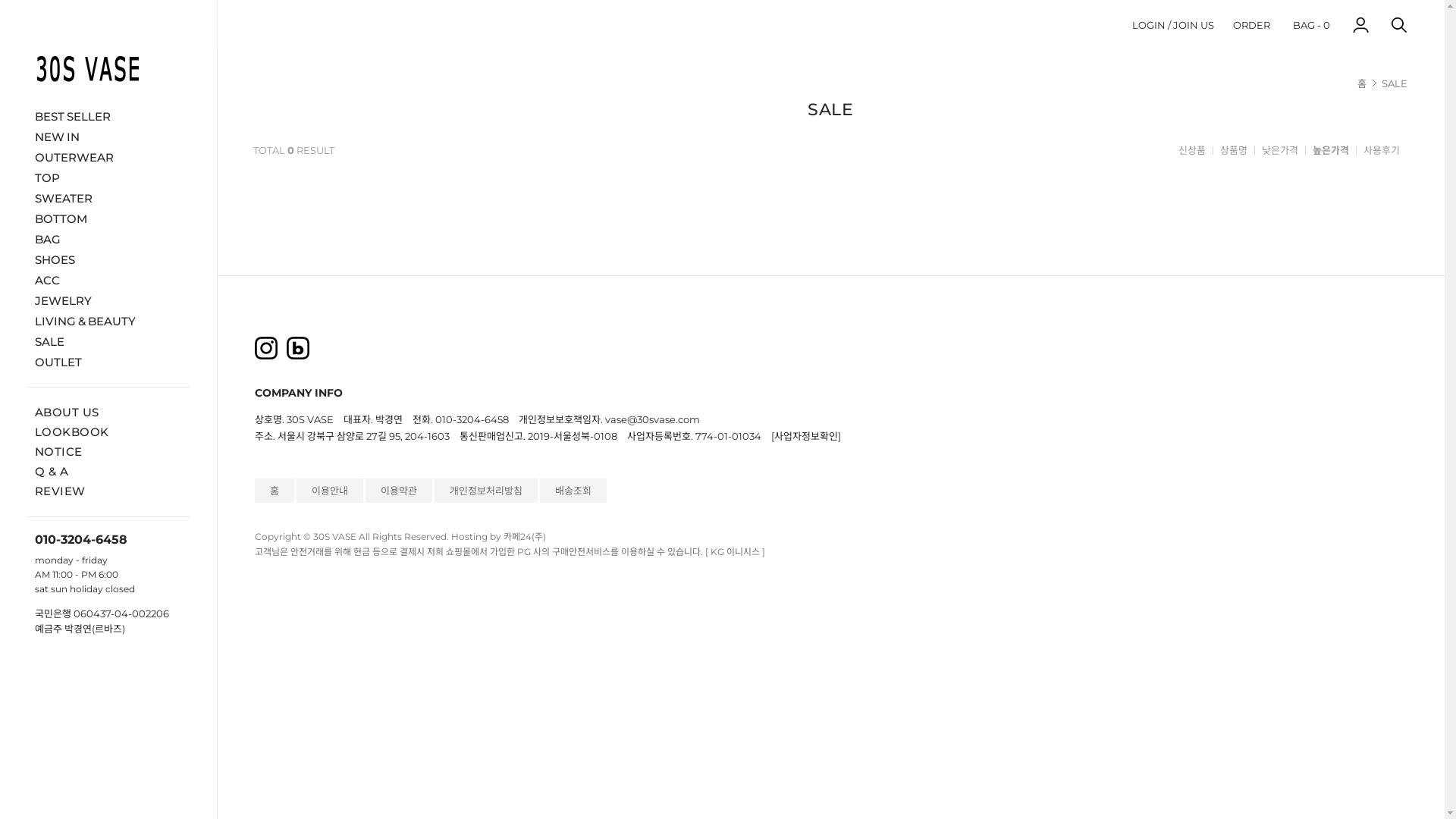  What do you see at coordinates (1131, 24) in the screenshot?
I see `'LOGIN'` at bounding box center [1131, 24].